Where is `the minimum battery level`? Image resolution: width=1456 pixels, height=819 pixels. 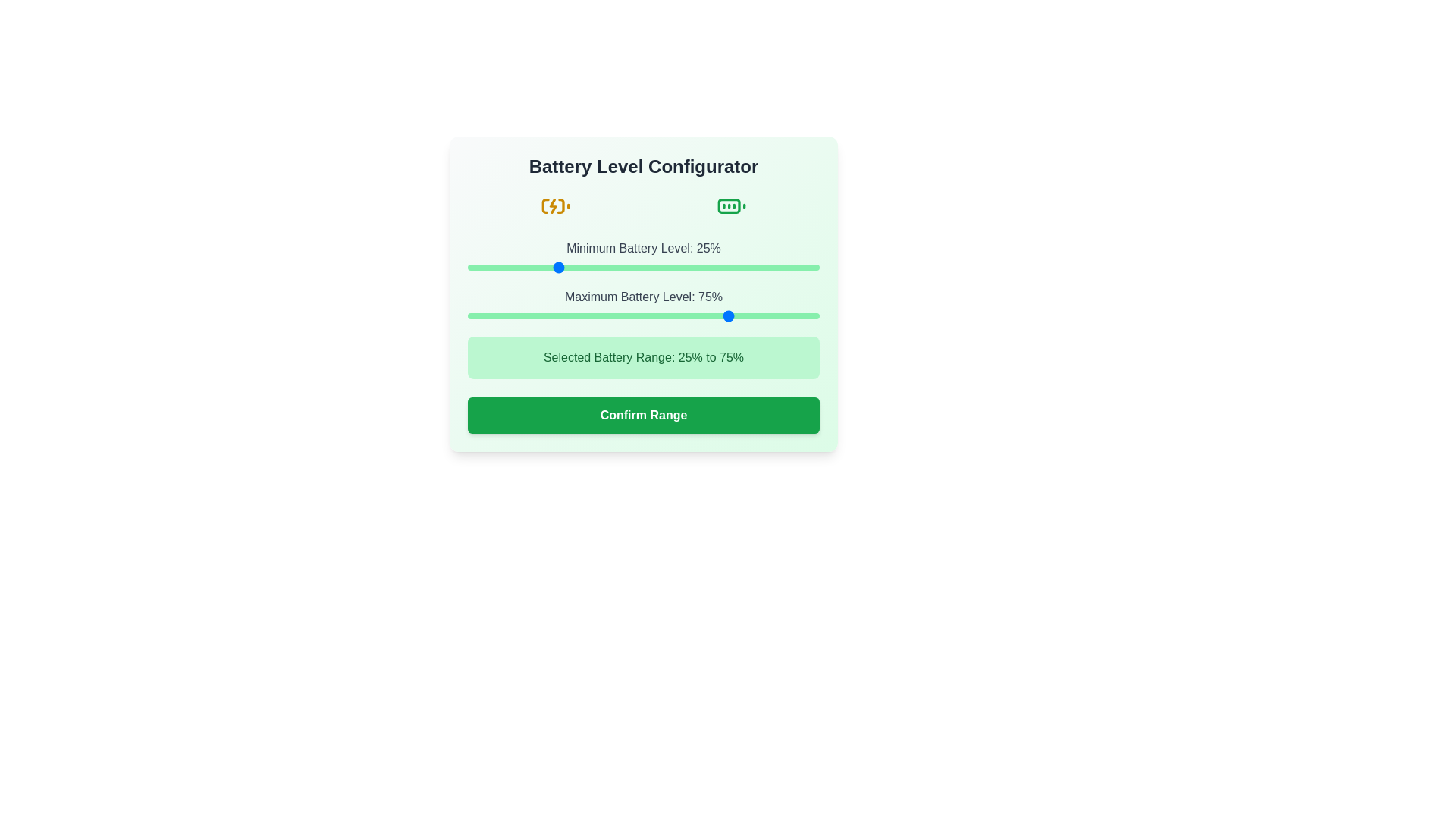
the minimum battery level is located at coordinates (562, 267).